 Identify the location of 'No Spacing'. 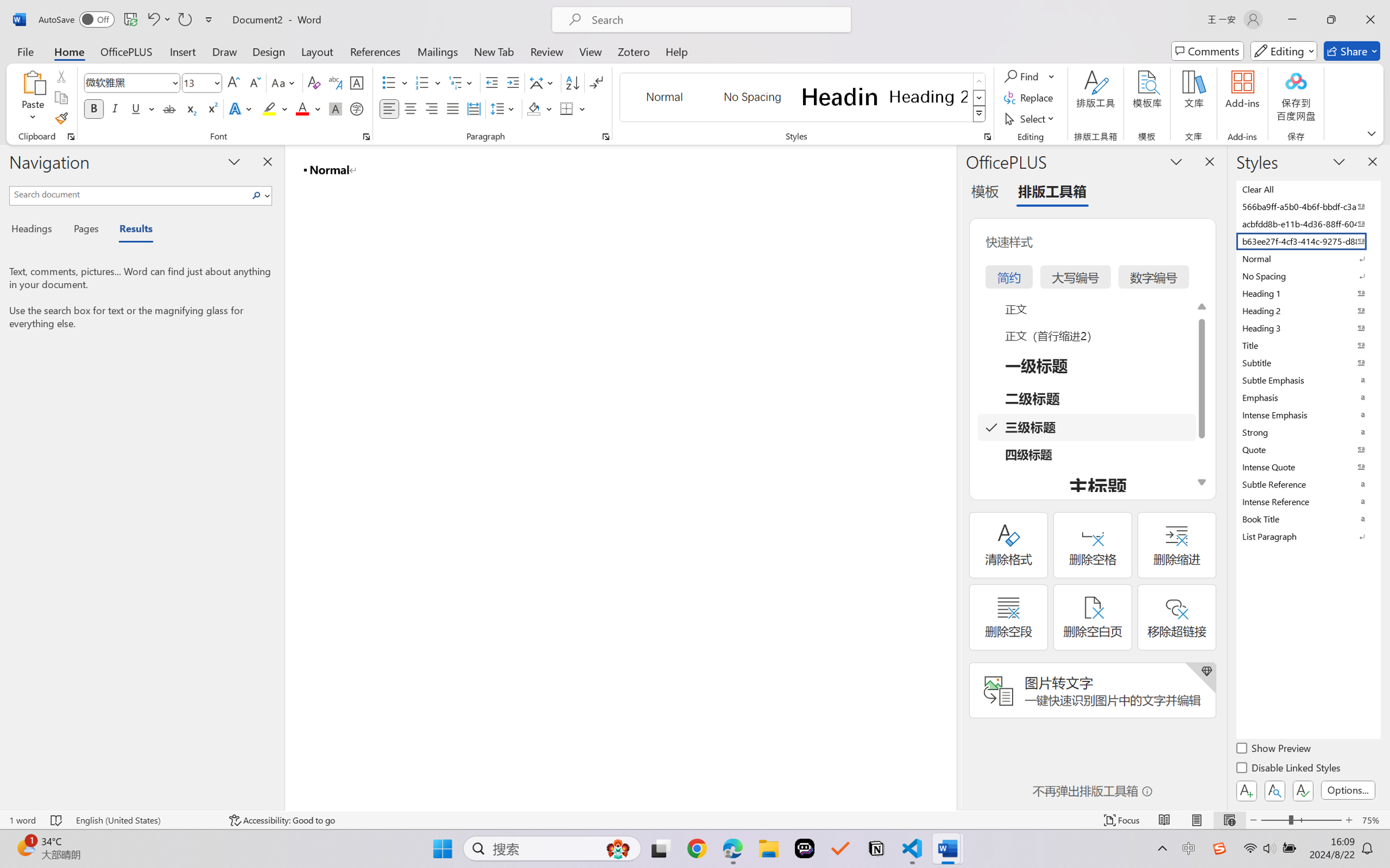
(1307, 275).